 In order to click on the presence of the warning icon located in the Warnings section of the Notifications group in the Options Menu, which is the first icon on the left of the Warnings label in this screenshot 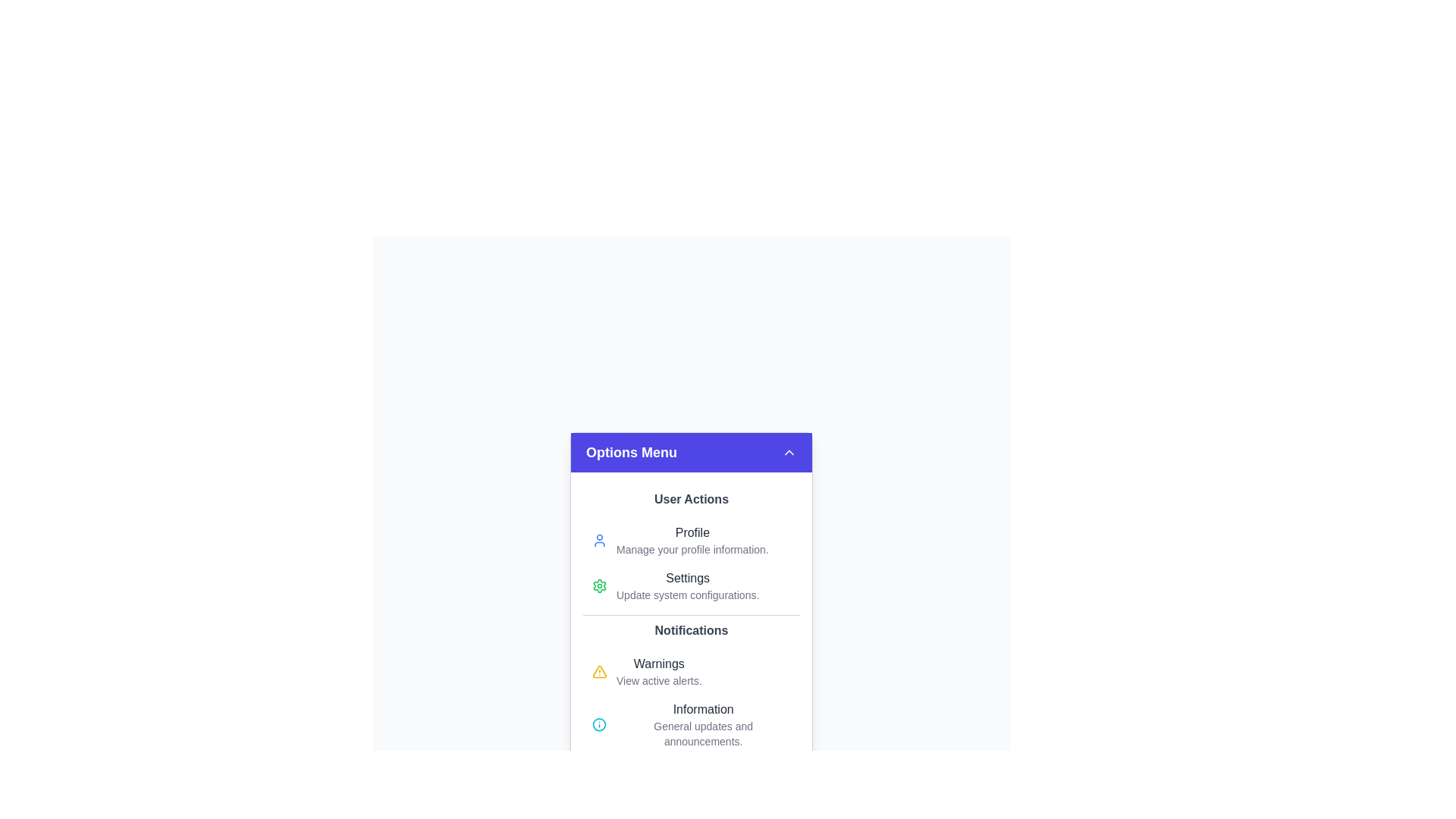, I will do `click(599, 671)`.